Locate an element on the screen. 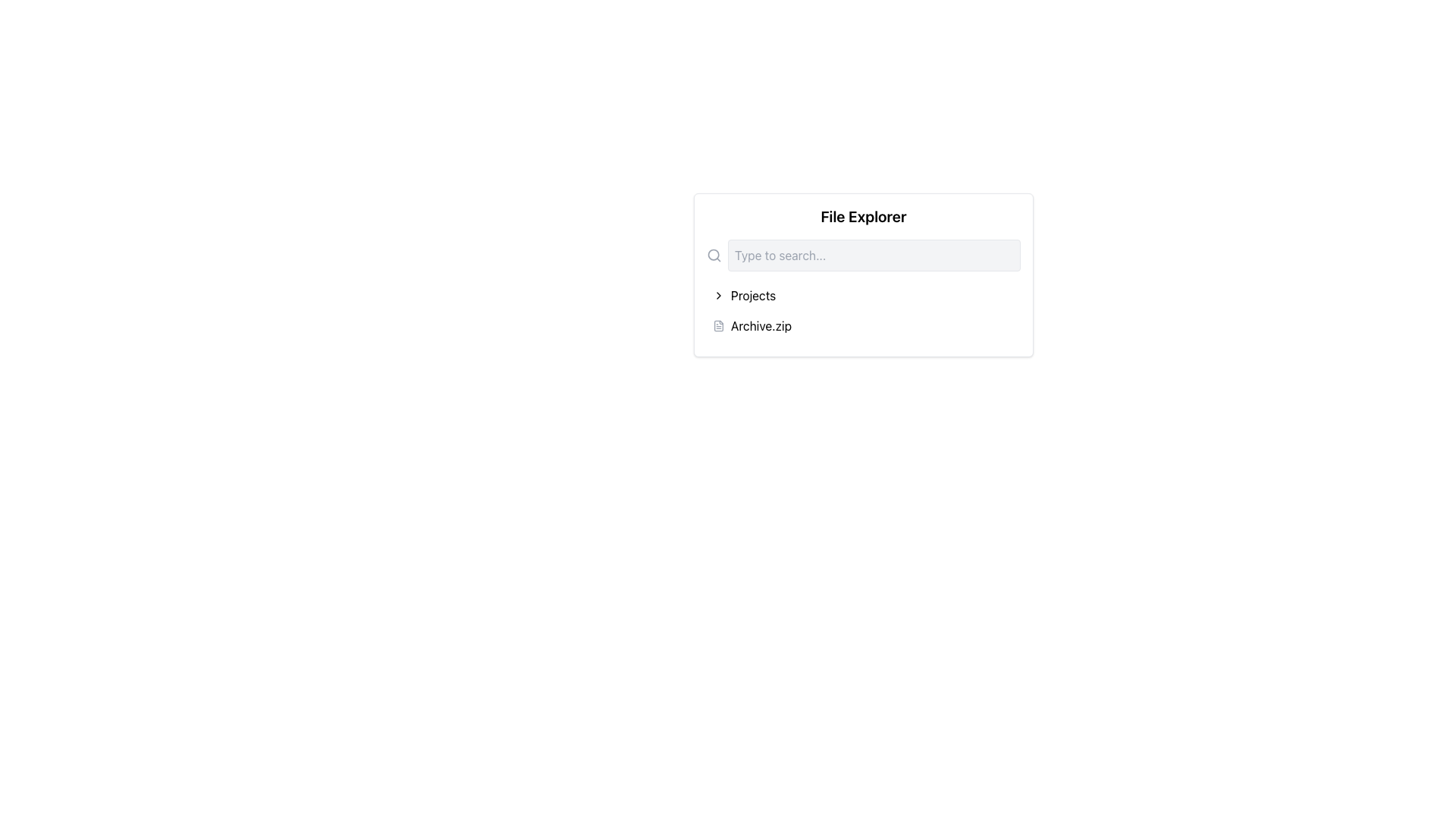  the 'Projects' label in the file management system, which is positioned under the 'File Explorer' header and is part of a horizontal arrangement with a chevron icon preceding it is located at coordinates (753, 295).